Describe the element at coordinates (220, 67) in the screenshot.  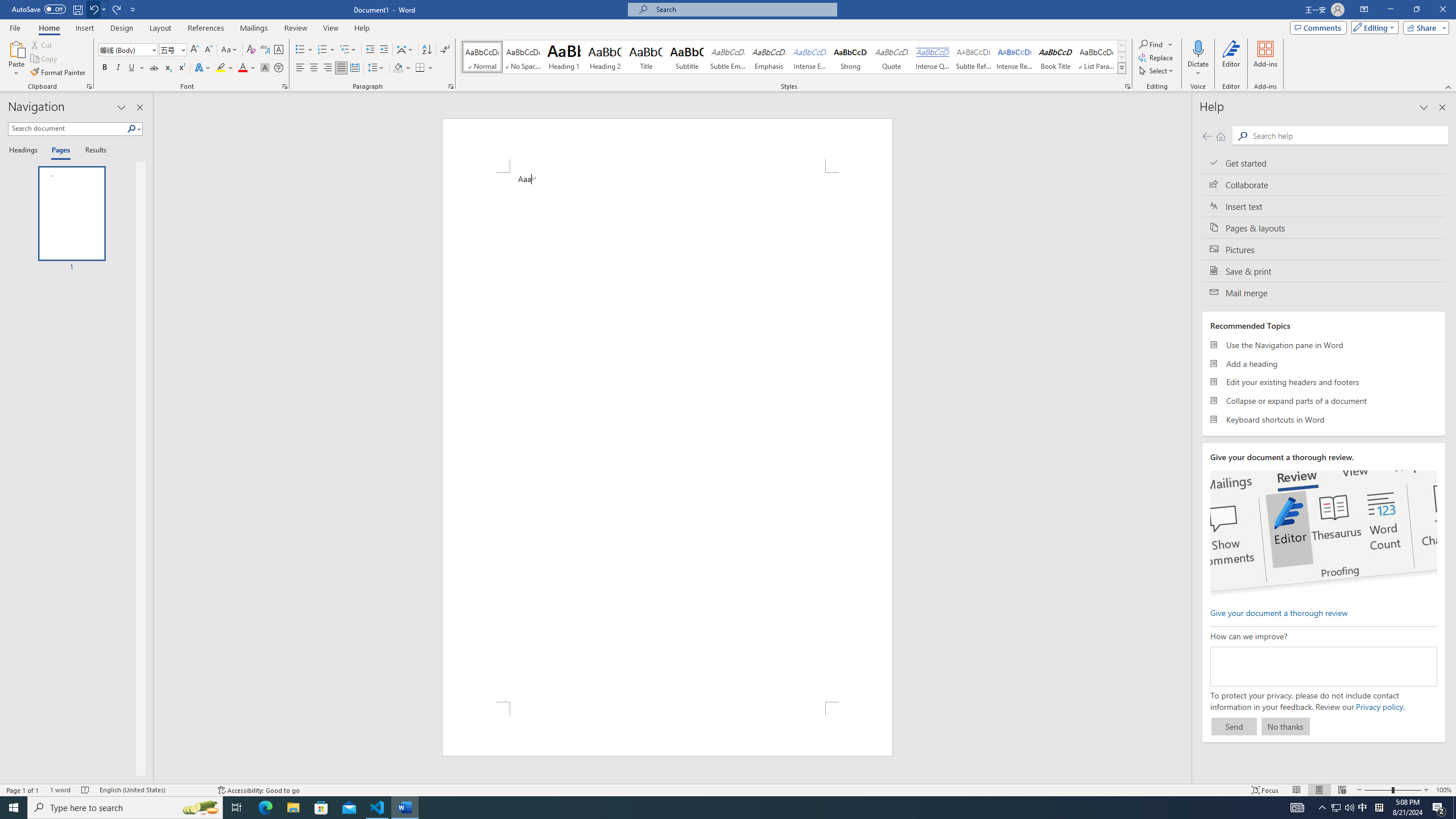
I see `'Text Highlight Color Yellow'` at that location.